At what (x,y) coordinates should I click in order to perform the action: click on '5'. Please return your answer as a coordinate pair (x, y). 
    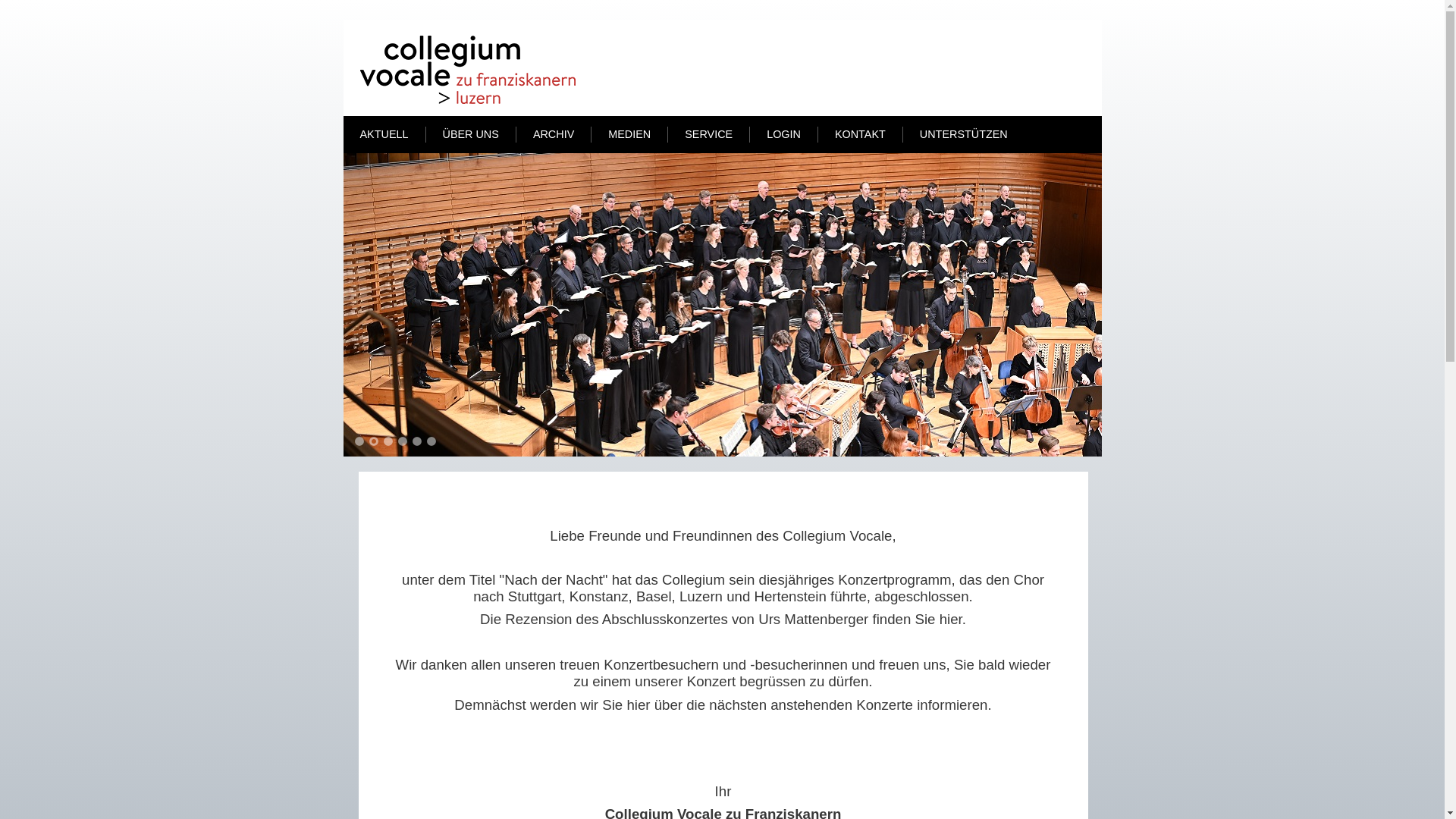
    Looking at the image, I should click on (417, 441).